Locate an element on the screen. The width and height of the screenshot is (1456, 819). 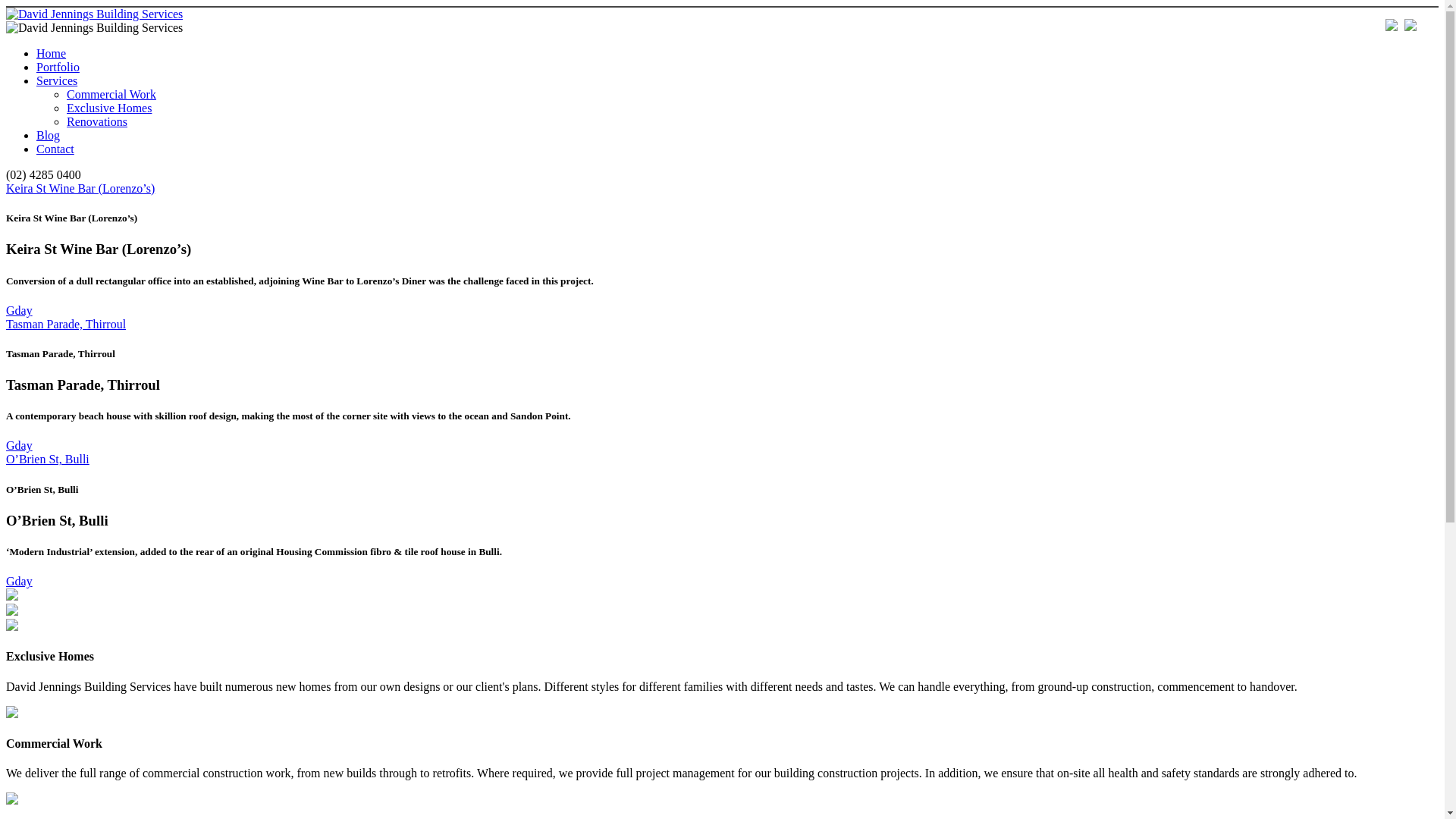
'Contact' is located at coordinates (55, 149).